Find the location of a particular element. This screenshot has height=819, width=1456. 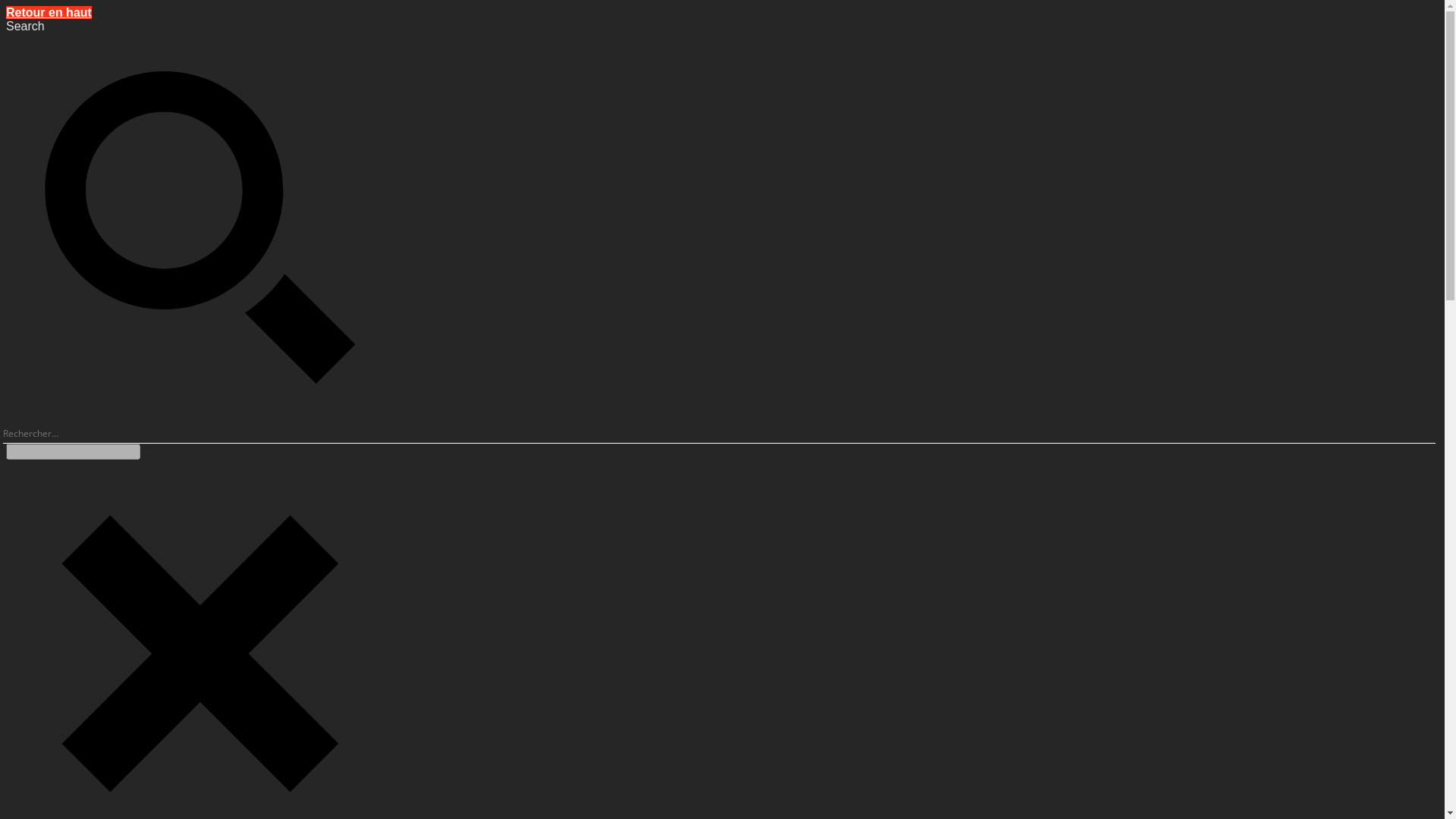

'Retour en haut' is located at coordinates (49, 12).